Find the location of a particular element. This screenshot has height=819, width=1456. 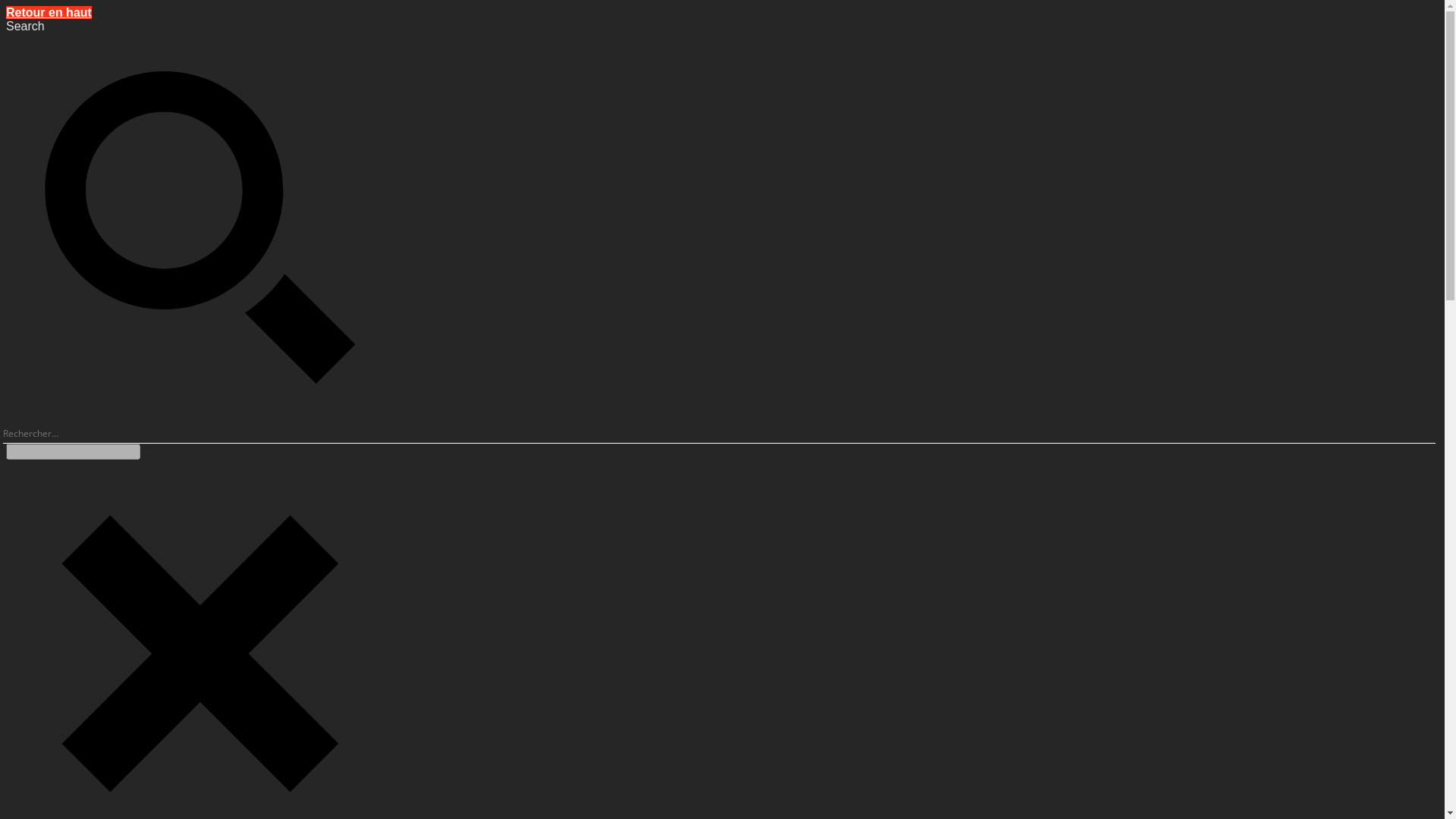

'Retour en haut' is located at coordinates (49, 12).